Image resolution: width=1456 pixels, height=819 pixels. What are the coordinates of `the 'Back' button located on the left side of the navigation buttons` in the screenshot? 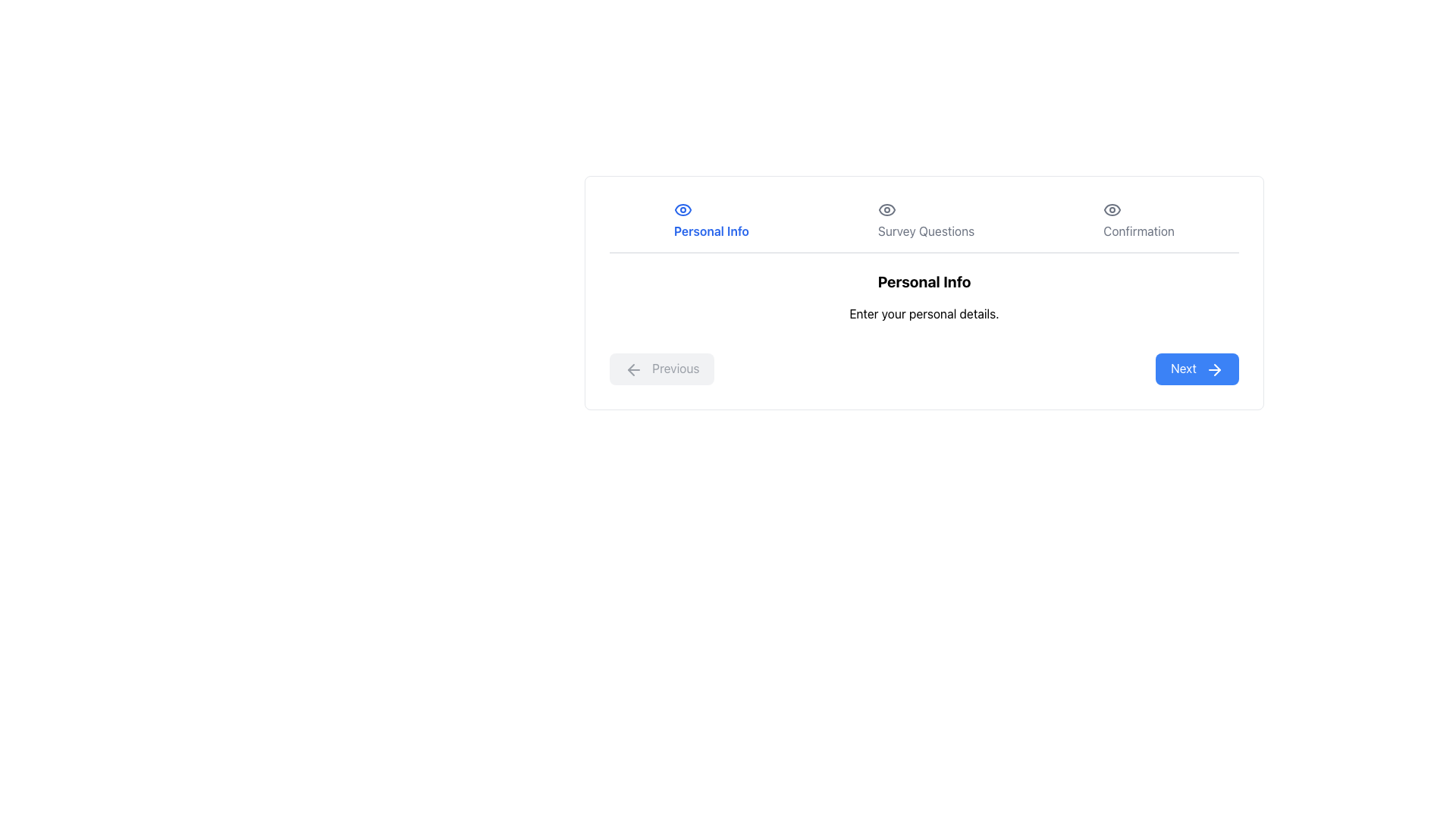 It's located at (662, 369).